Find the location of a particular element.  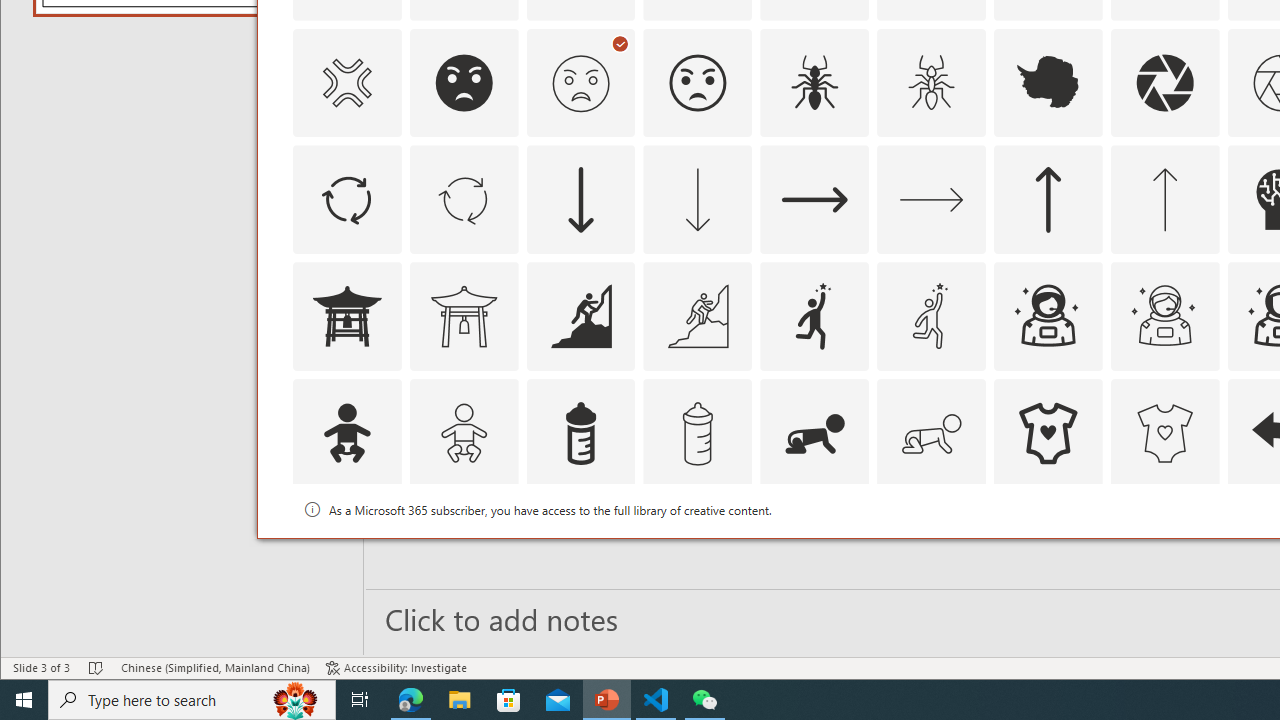

'AutomationID: Icons_BabyOnesie' is located at coordinates (1047, 433).